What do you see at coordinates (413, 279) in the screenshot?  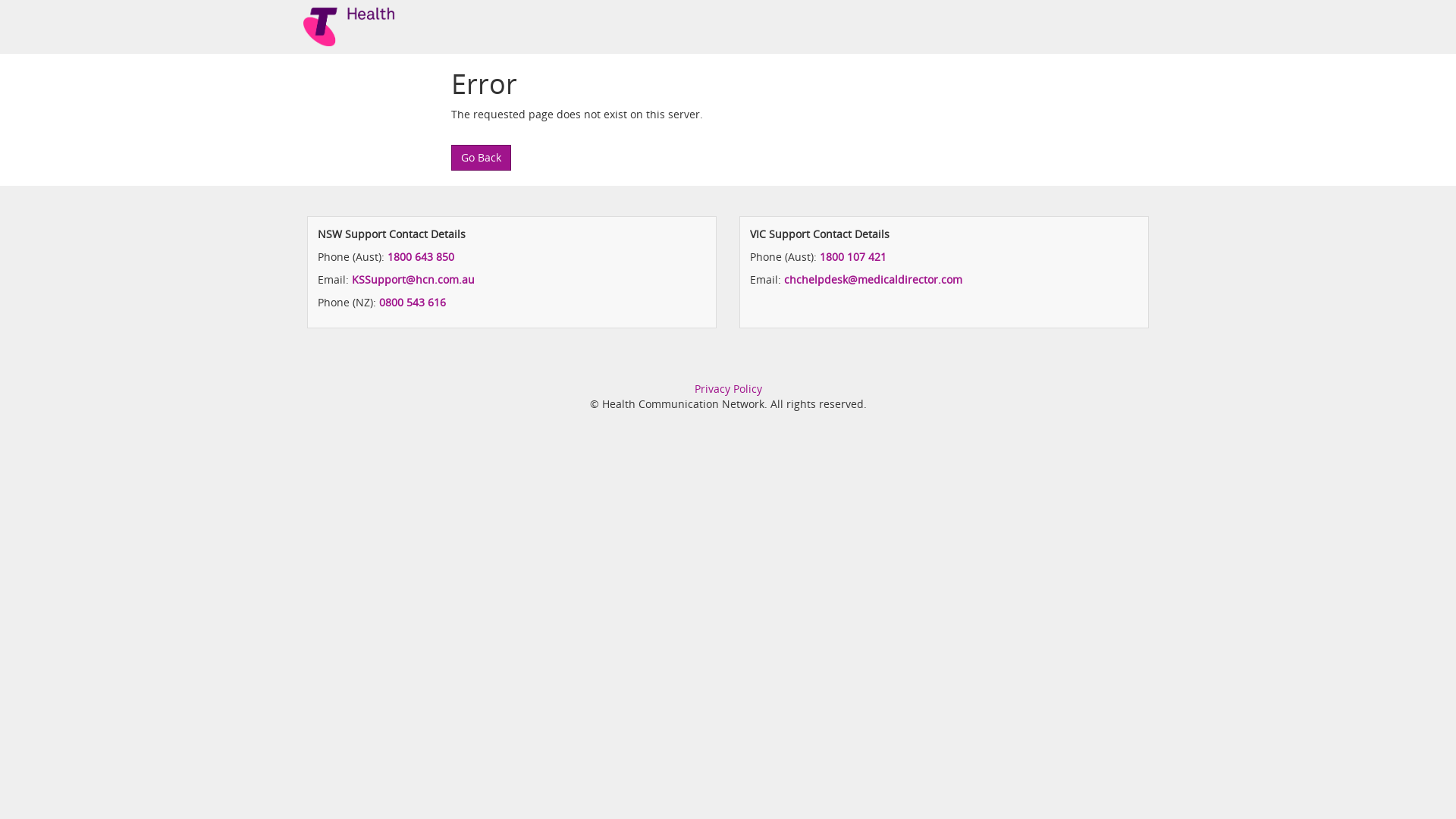 I see `'KSSupport@hcn.com.au'` at bounding box center [413, 279].